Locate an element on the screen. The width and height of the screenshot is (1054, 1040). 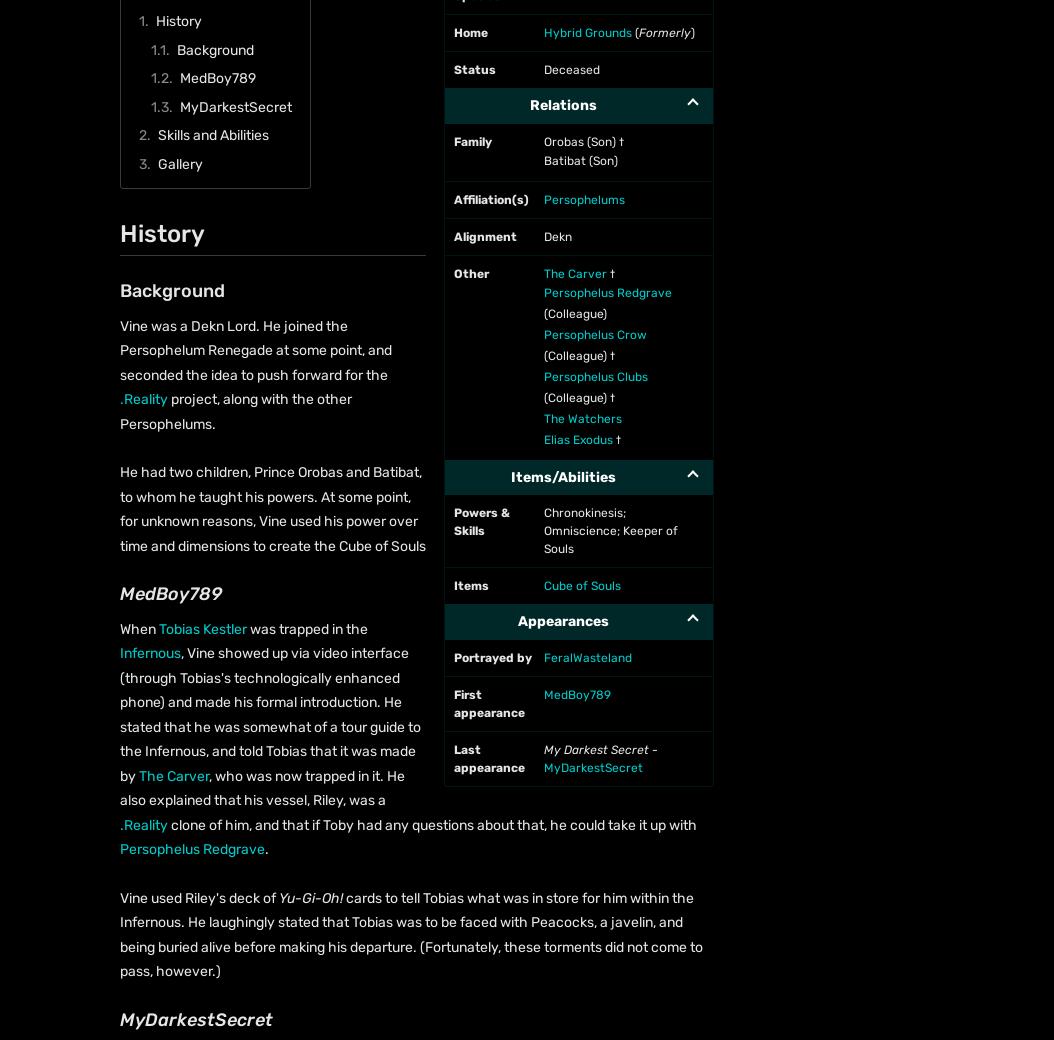
'Follow Us' is located at coordinates (118, 117).